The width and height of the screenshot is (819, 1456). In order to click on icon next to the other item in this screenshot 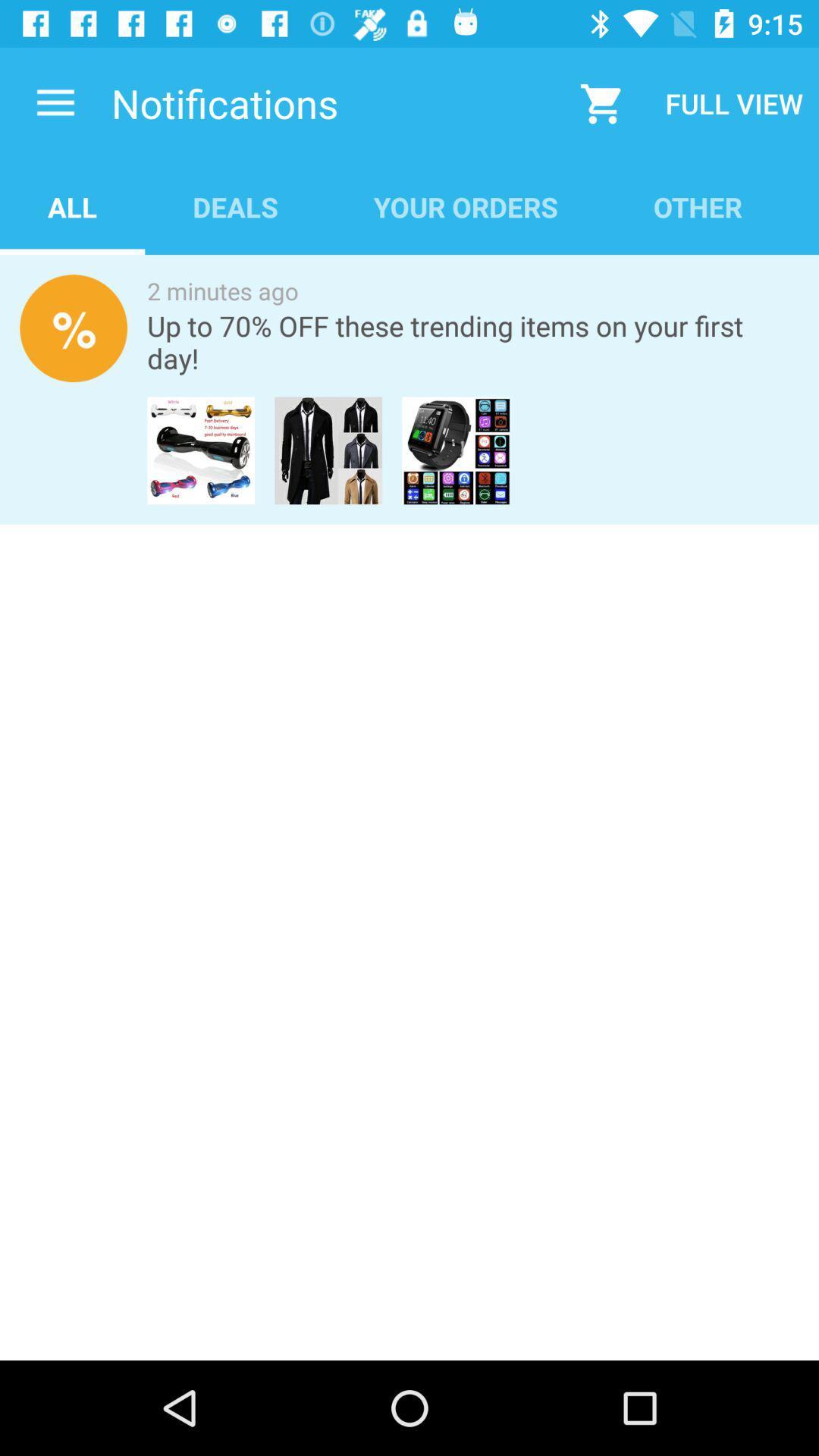, I will do `click(465, 206)`.